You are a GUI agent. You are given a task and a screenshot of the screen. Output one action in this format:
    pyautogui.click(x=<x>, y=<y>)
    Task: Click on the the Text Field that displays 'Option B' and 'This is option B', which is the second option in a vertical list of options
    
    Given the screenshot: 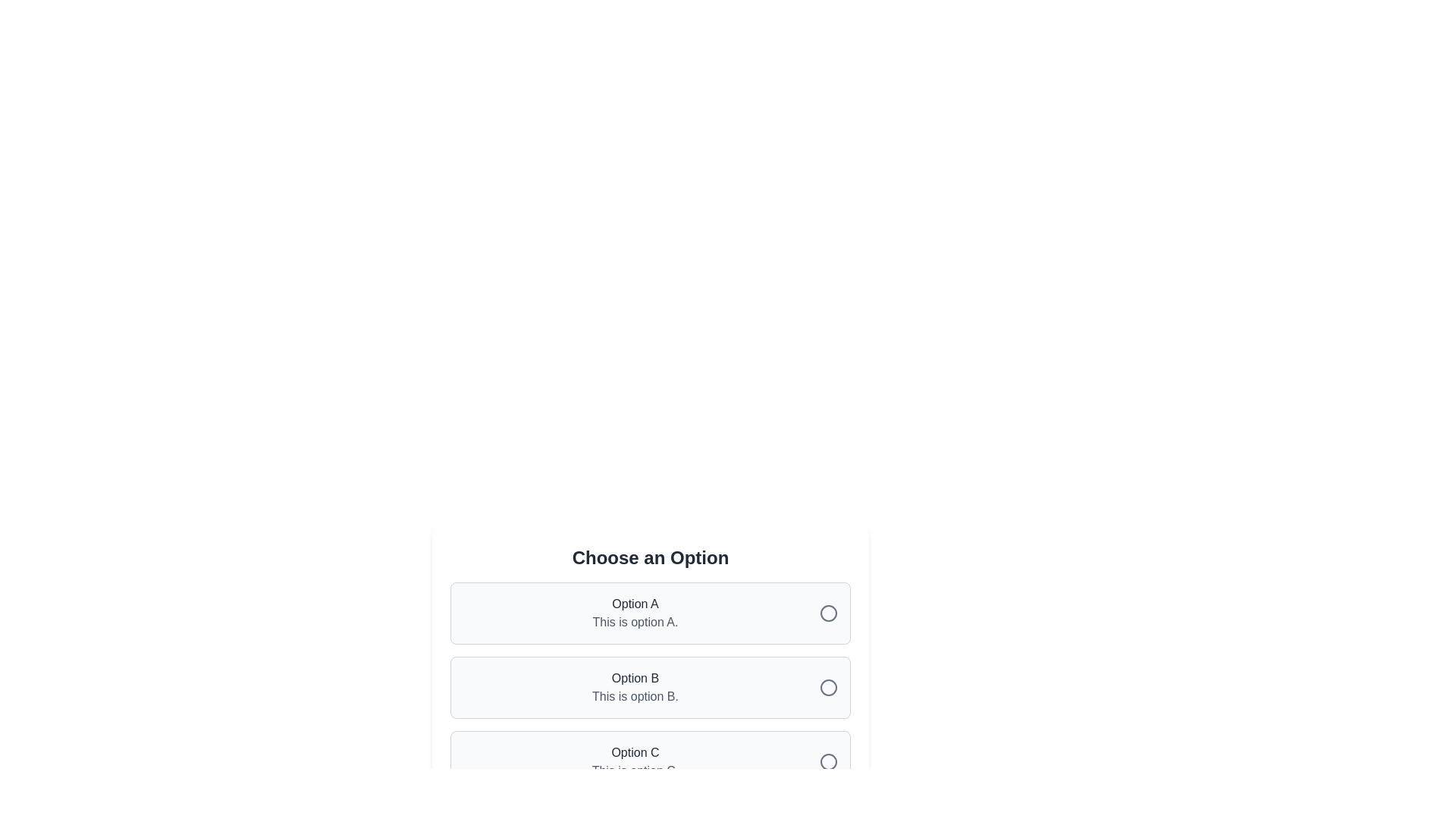 What is the action you would take?
    pyautogui.click(x=635, y=687)
    